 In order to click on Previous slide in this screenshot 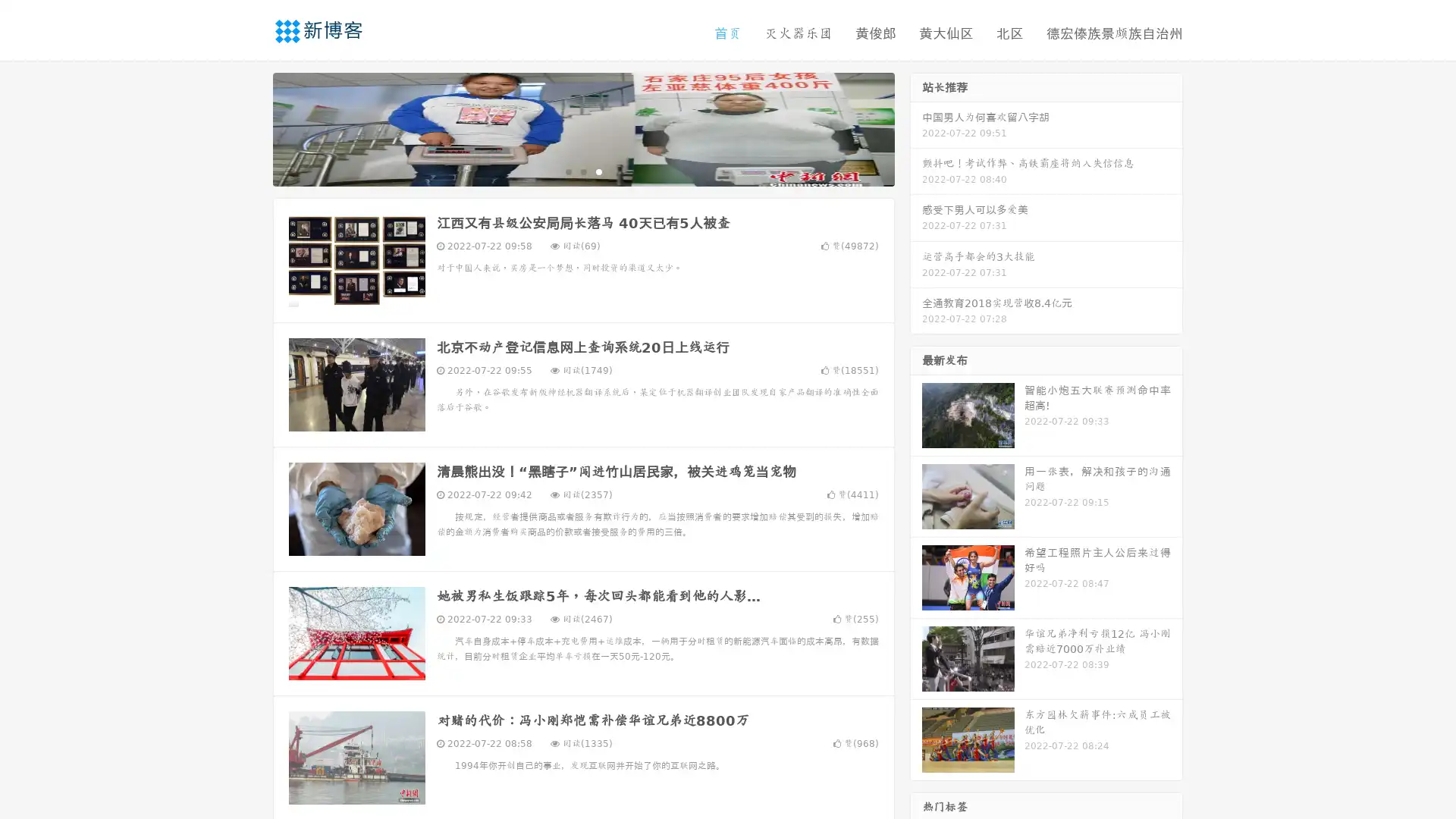, I will do `click(250, 127)`.